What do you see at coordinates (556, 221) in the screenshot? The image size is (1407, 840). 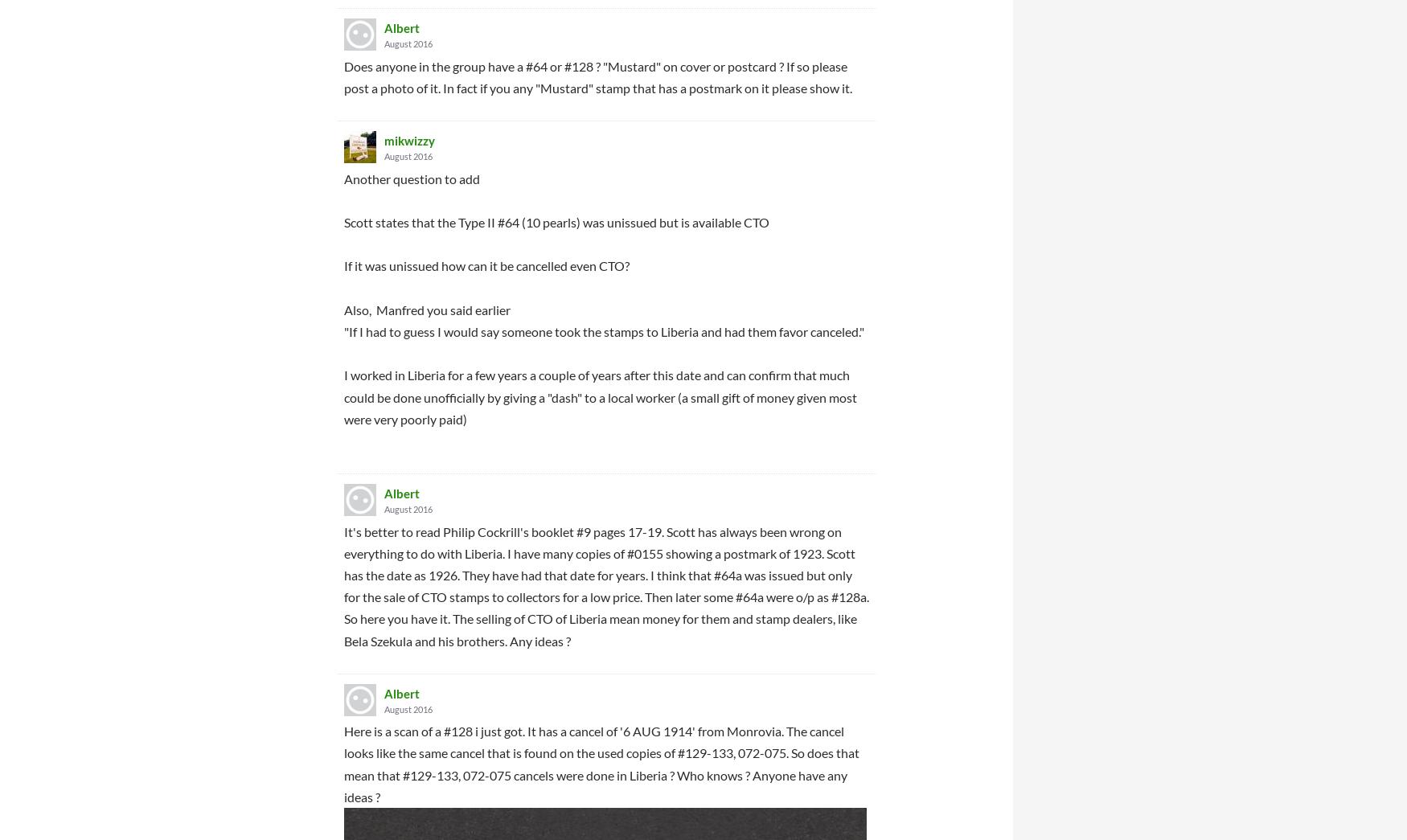 I see `'Scott states that the Type II #64 (10 pearls) was unissued but is available CTO'` at bounding box center [556, 221].